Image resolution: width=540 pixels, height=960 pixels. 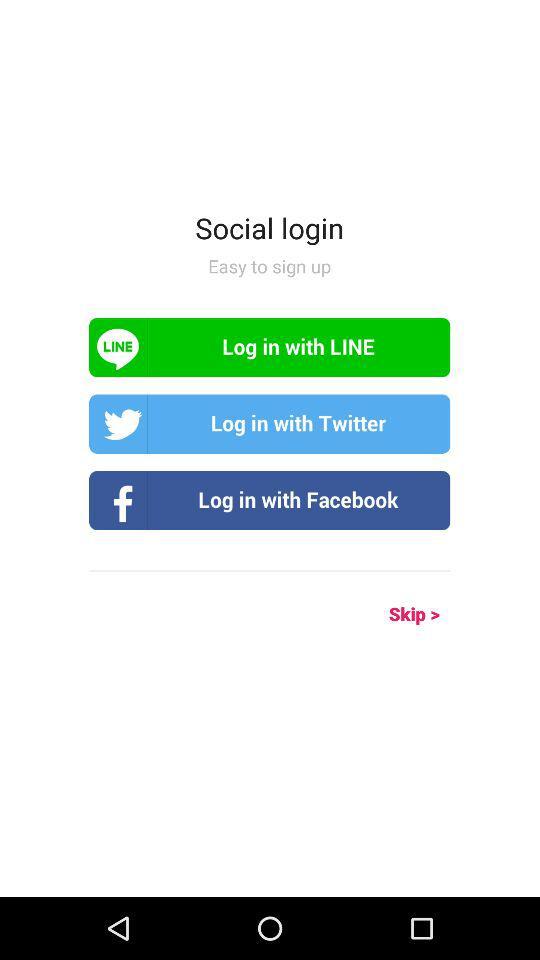 What do you see at coordinates (269, 347) in the screenshot?
I see `log in with line` at bounding box center [269, 347].